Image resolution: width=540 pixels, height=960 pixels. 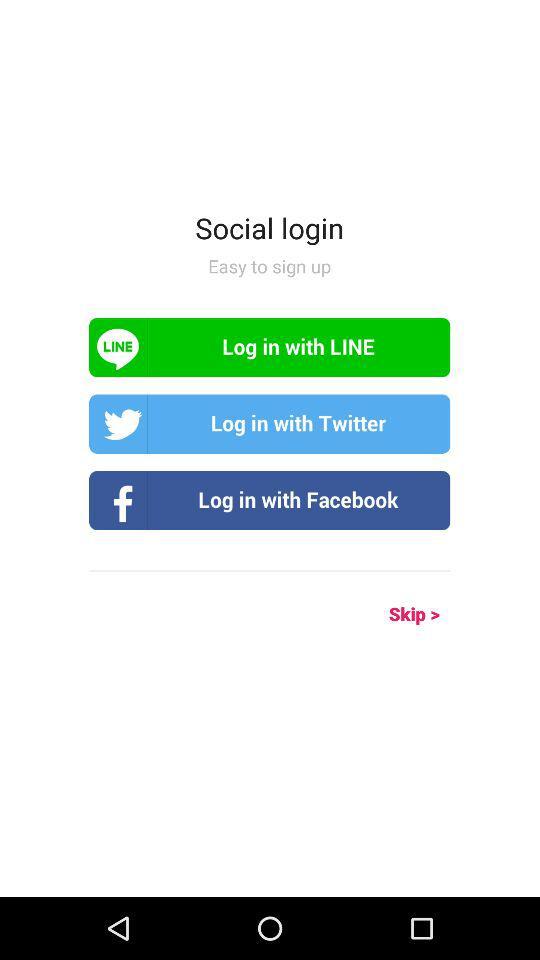 What do you see at coordinates (269, 347) in the screenshot?
I see `log in with line` at bounding box center [269, 347].